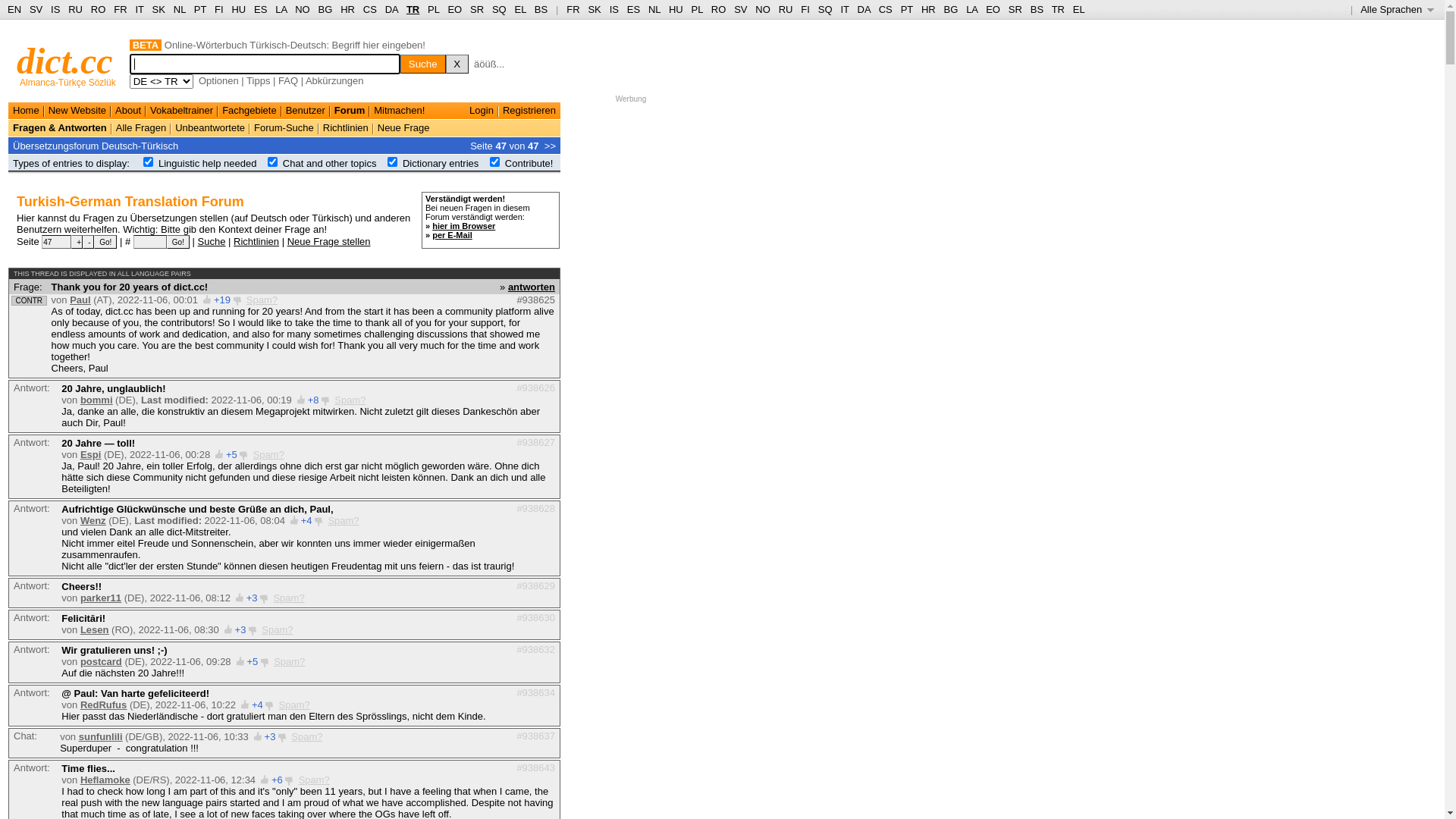  Describe the element at coordinates (29, 9) in the screenshot. I see `'SV'` at that location.